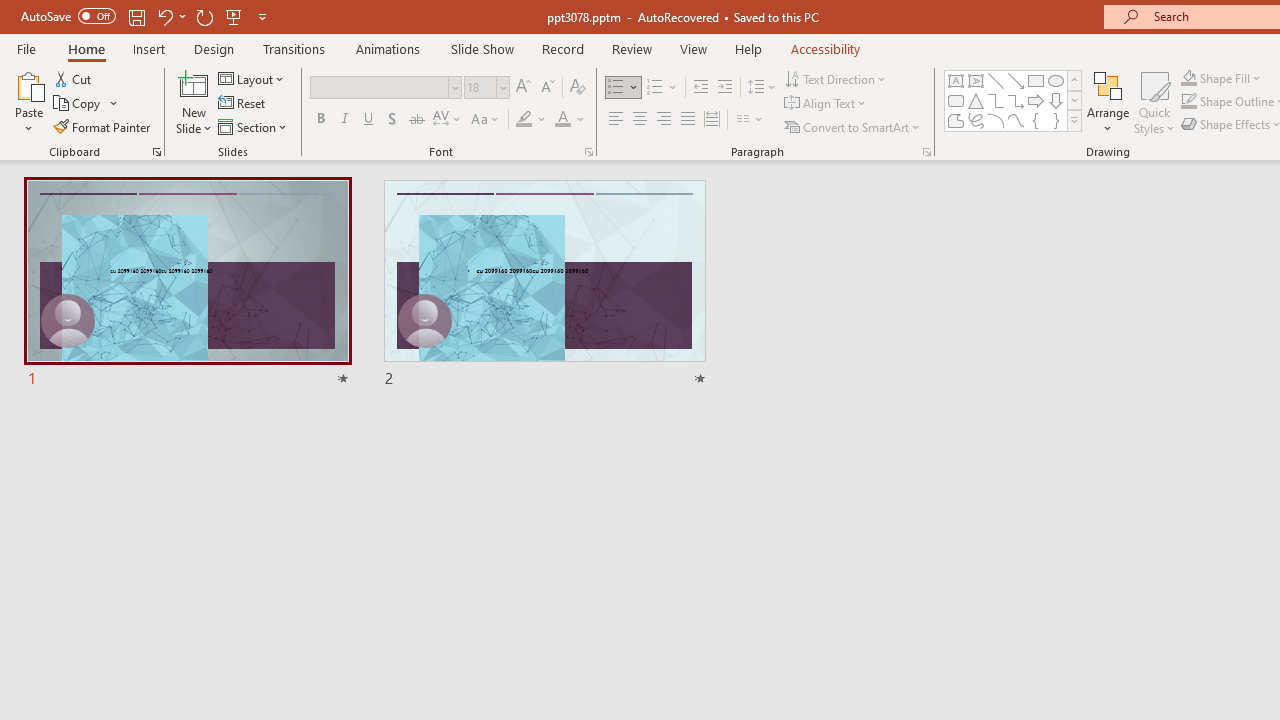 Image resolution: width=1280 pixels, height=720 pixels. What do you see at coordinates (826, 103) in the screenshot?
I see `'Align Text'` at bounding box center [826, 103].